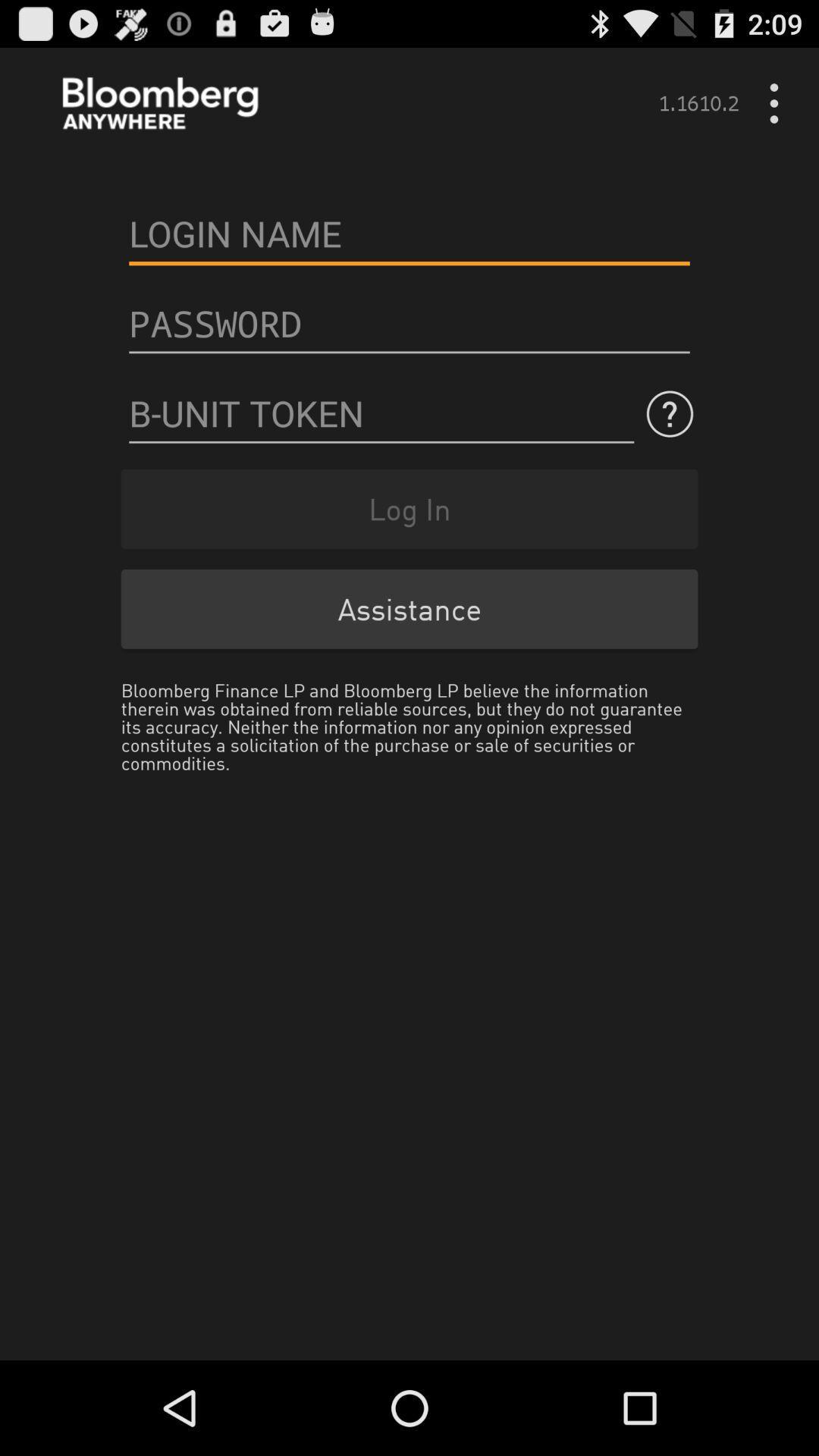 The width and height of the screenshot is (819, 1456). Describe the element at coordinates (409, 509) in the screenshot. I see `the log in` at that location.